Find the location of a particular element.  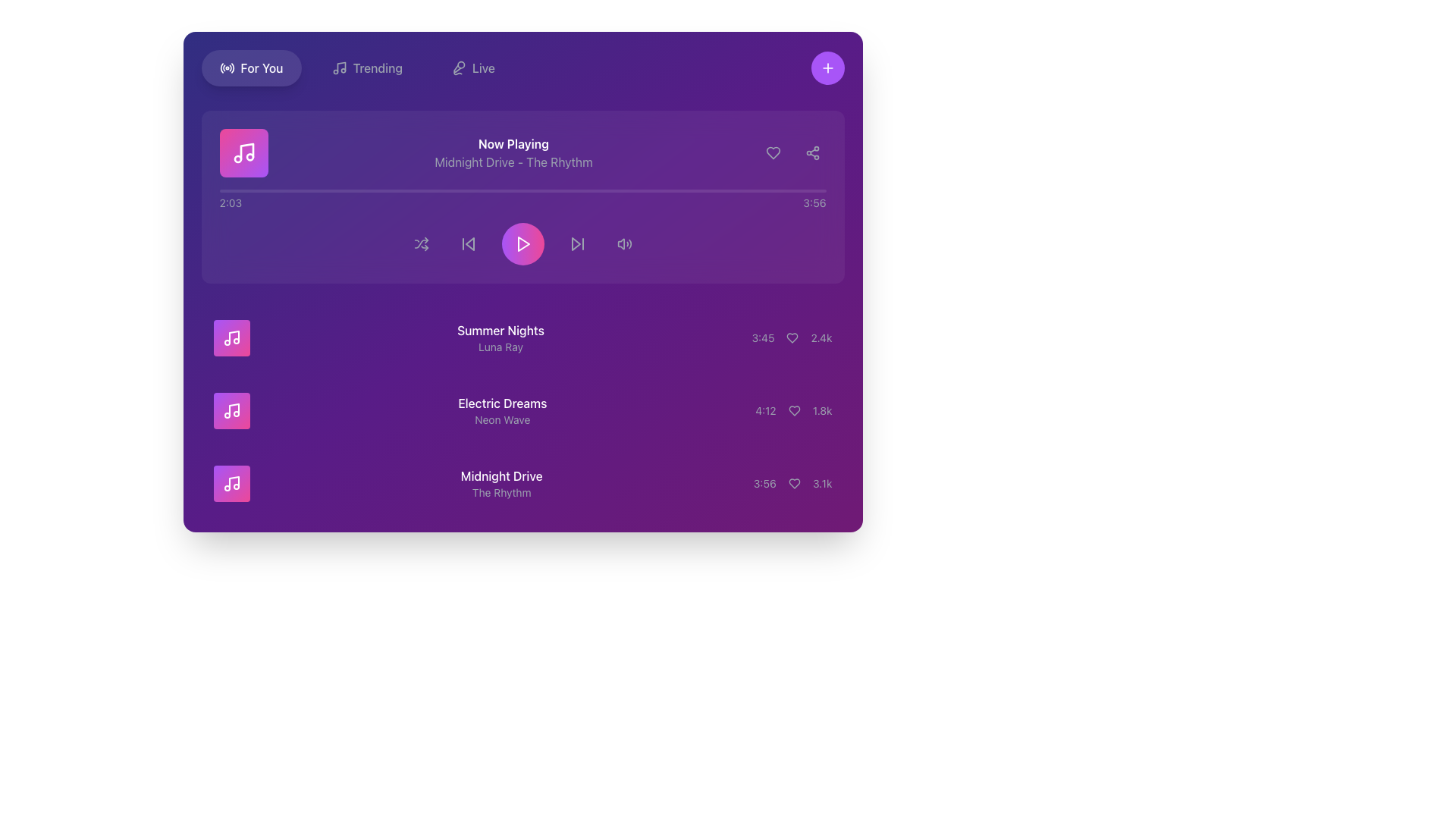

the text label indicating the number of likes, located next to the heart icon on the right side of the last row in the list is located at coordinates (821, 483).